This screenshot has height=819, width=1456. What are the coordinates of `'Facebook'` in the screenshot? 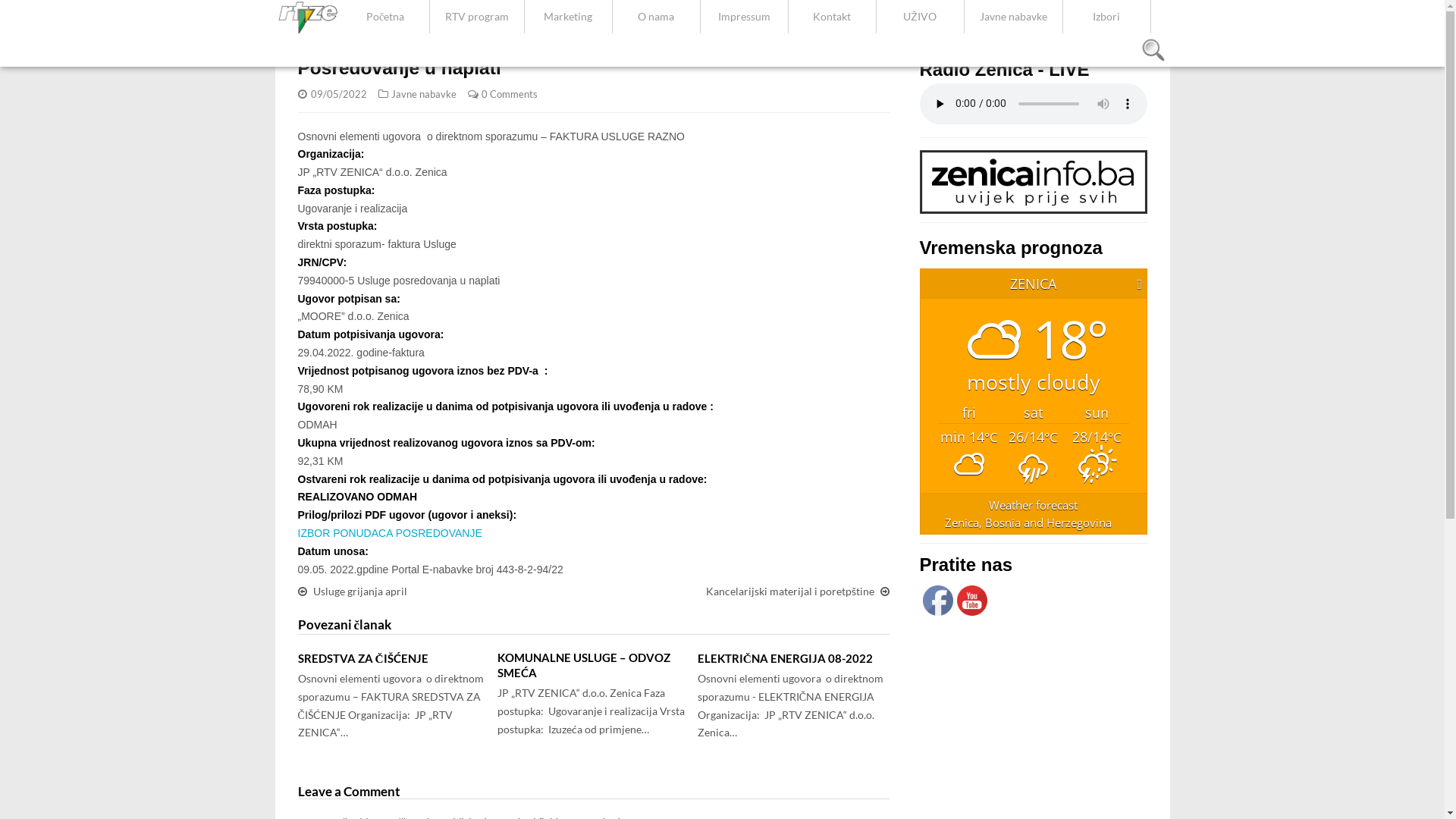 It's located at (937, 599).